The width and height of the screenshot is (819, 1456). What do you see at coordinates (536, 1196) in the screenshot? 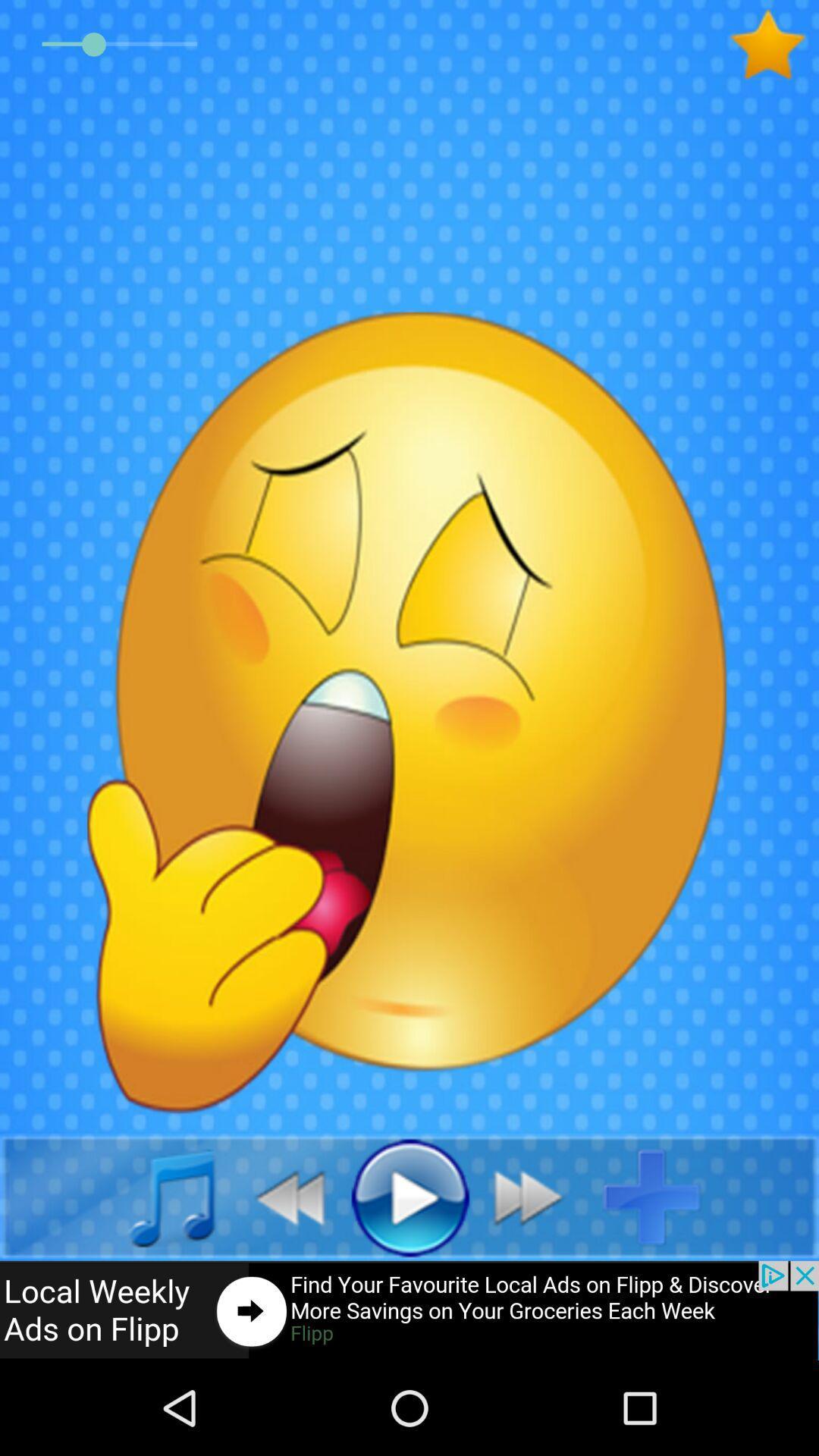
I see `playmove` at bounding box center [536, 1196].